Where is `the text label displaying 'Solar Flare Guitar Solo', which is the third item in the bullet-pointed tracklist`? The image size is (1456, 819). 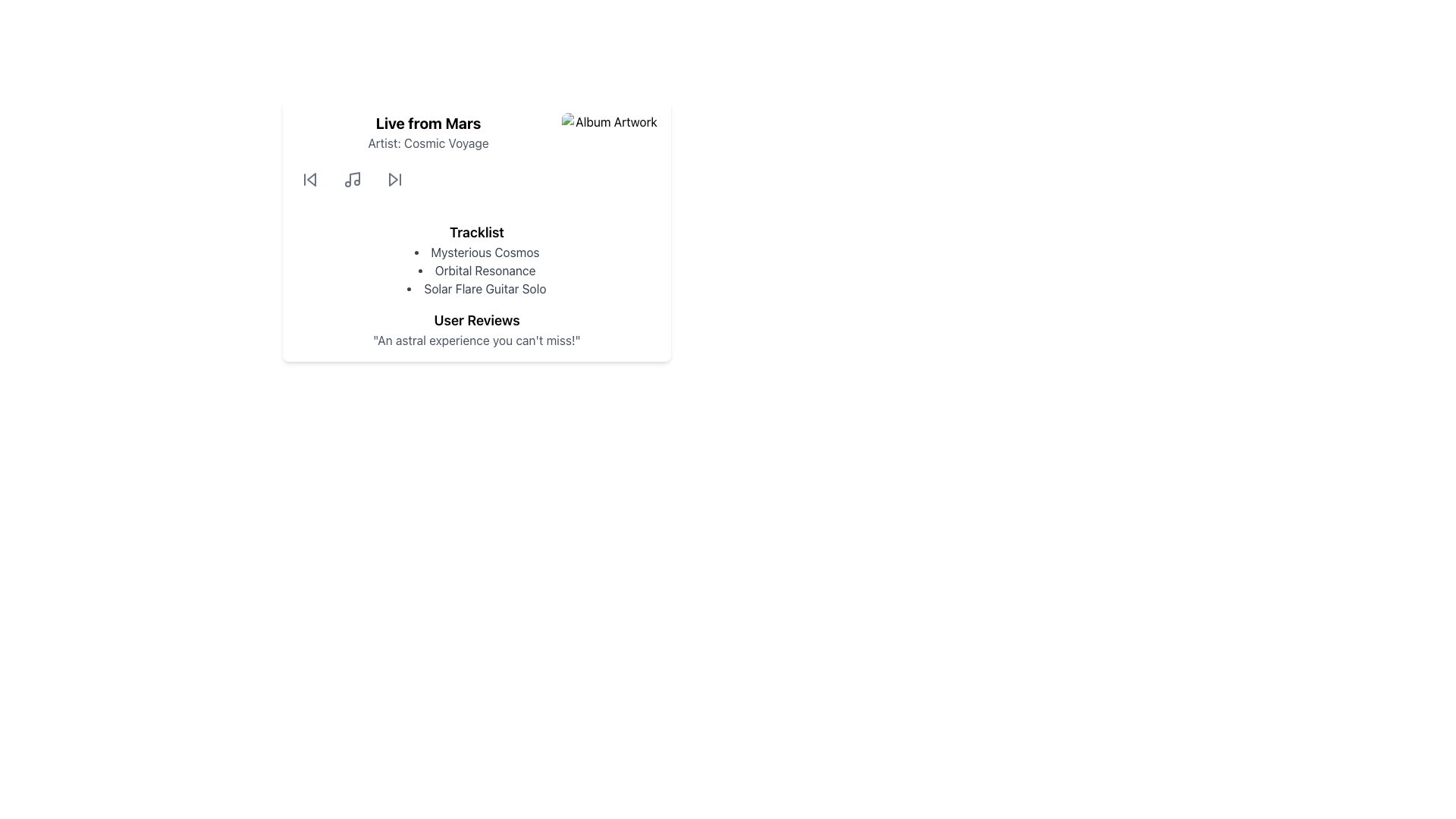 the text label displaying 'Solar Flare Guitar Solo', which is the third item in the bullet-pointed tracklist is located at coordinates (475, 289).